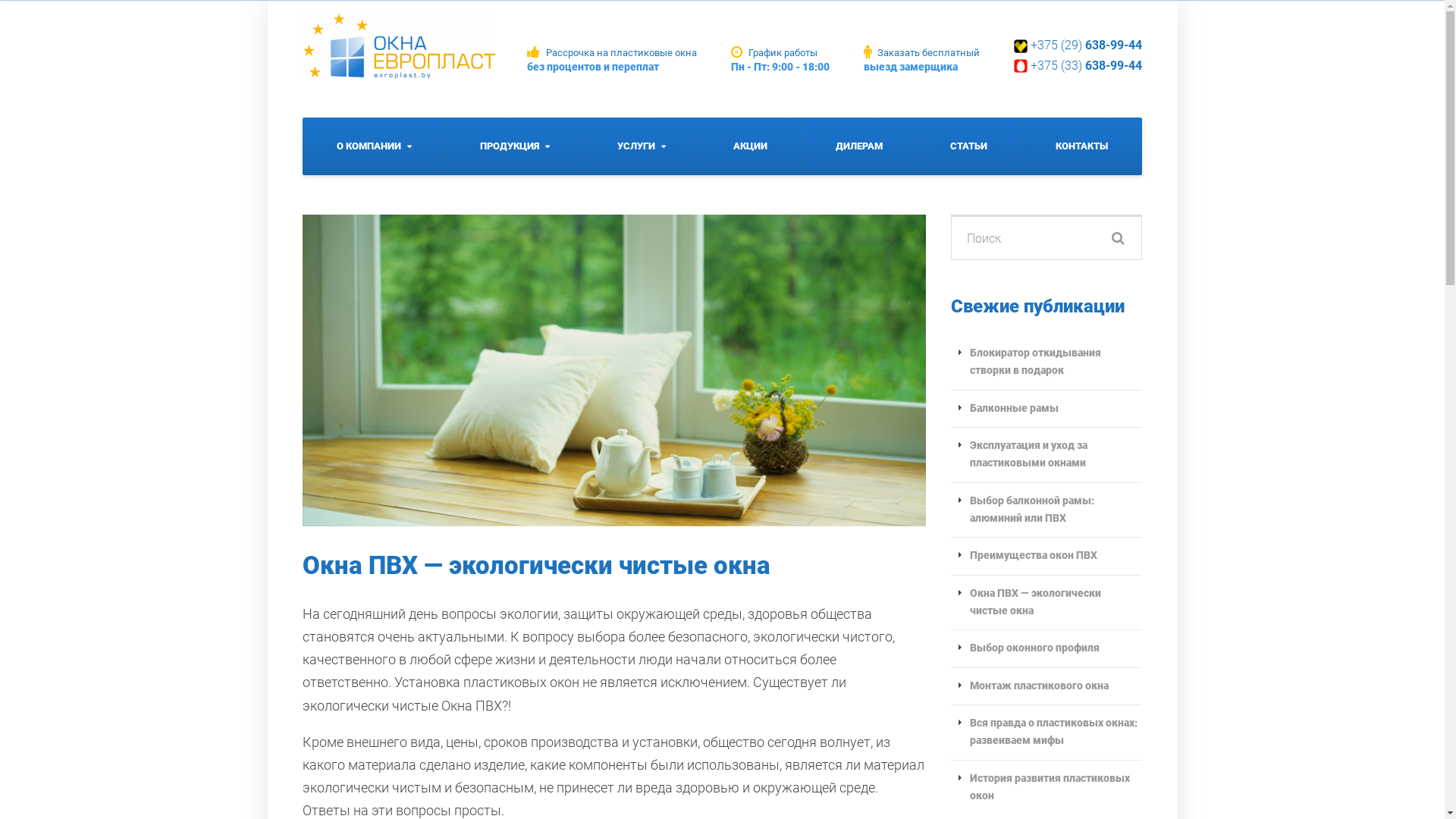 This screenshot has width=1456, height=819. I want to click on '+375 (33) 638-99-44', so click(1030, 64).